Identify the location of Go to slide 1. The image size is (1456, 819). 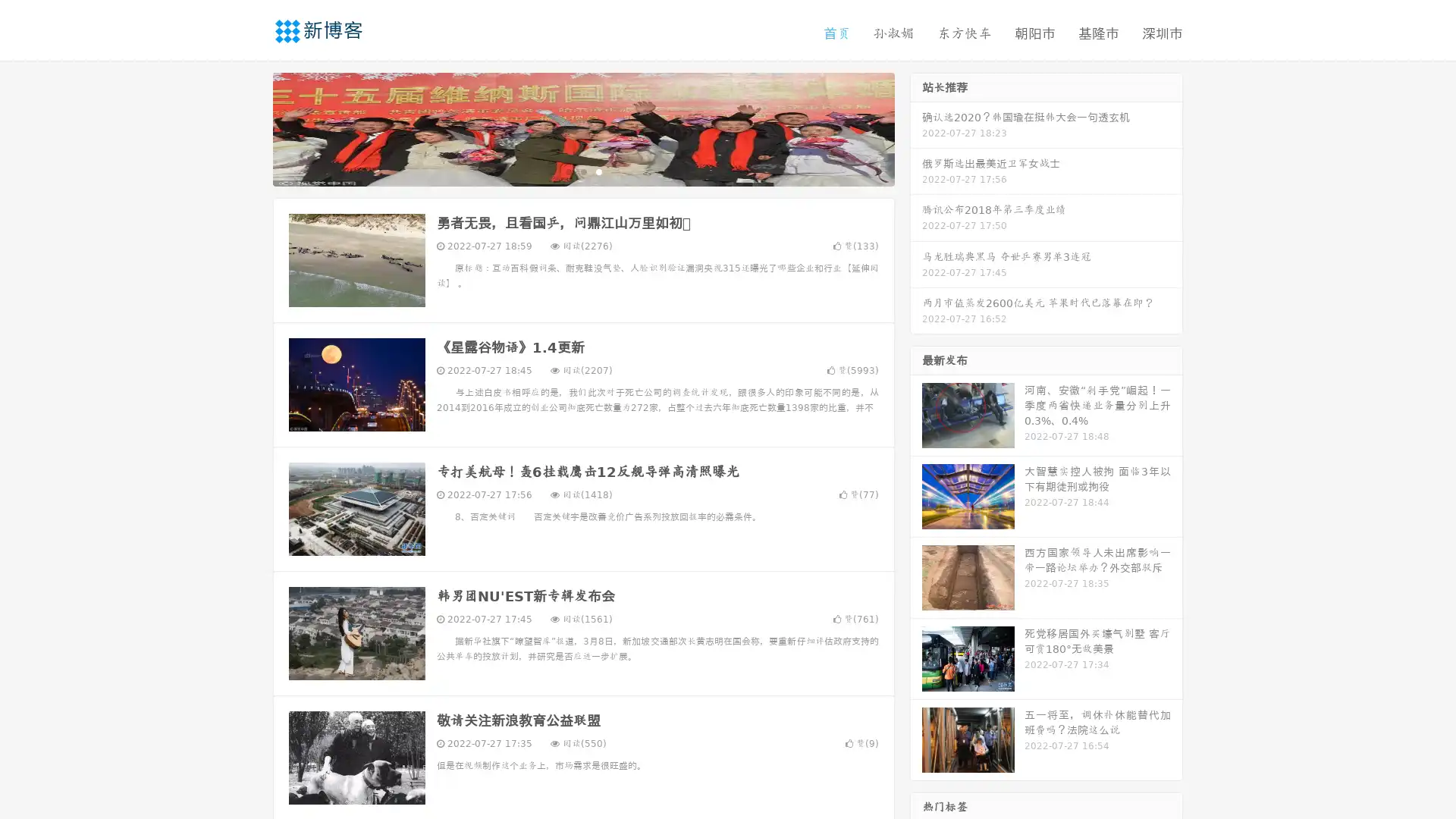
(567, 171).